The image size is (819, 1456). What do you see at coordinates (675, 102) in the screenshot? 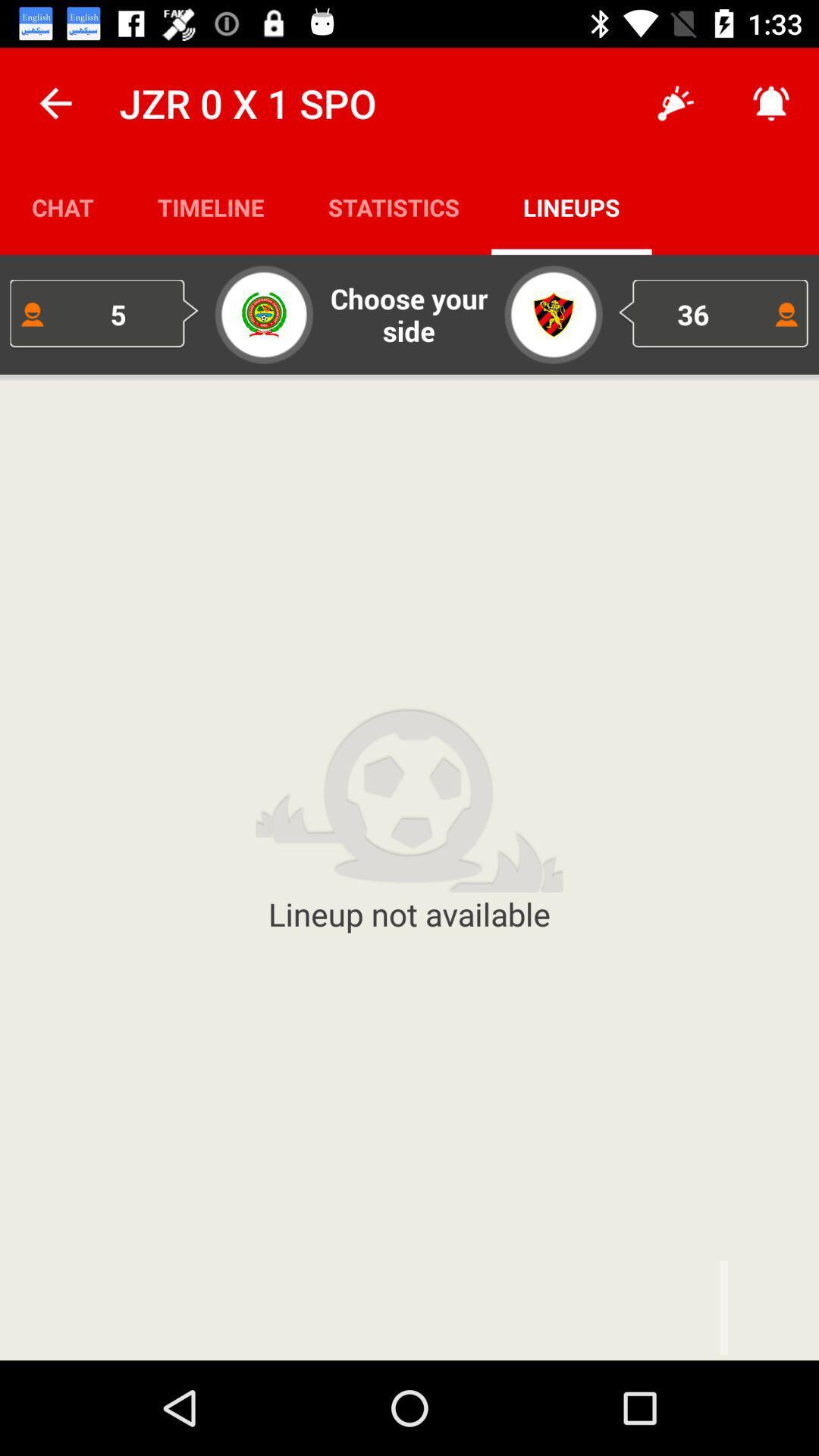
I see `the icon next to the statistics icon` at bounding box center [675, 102].